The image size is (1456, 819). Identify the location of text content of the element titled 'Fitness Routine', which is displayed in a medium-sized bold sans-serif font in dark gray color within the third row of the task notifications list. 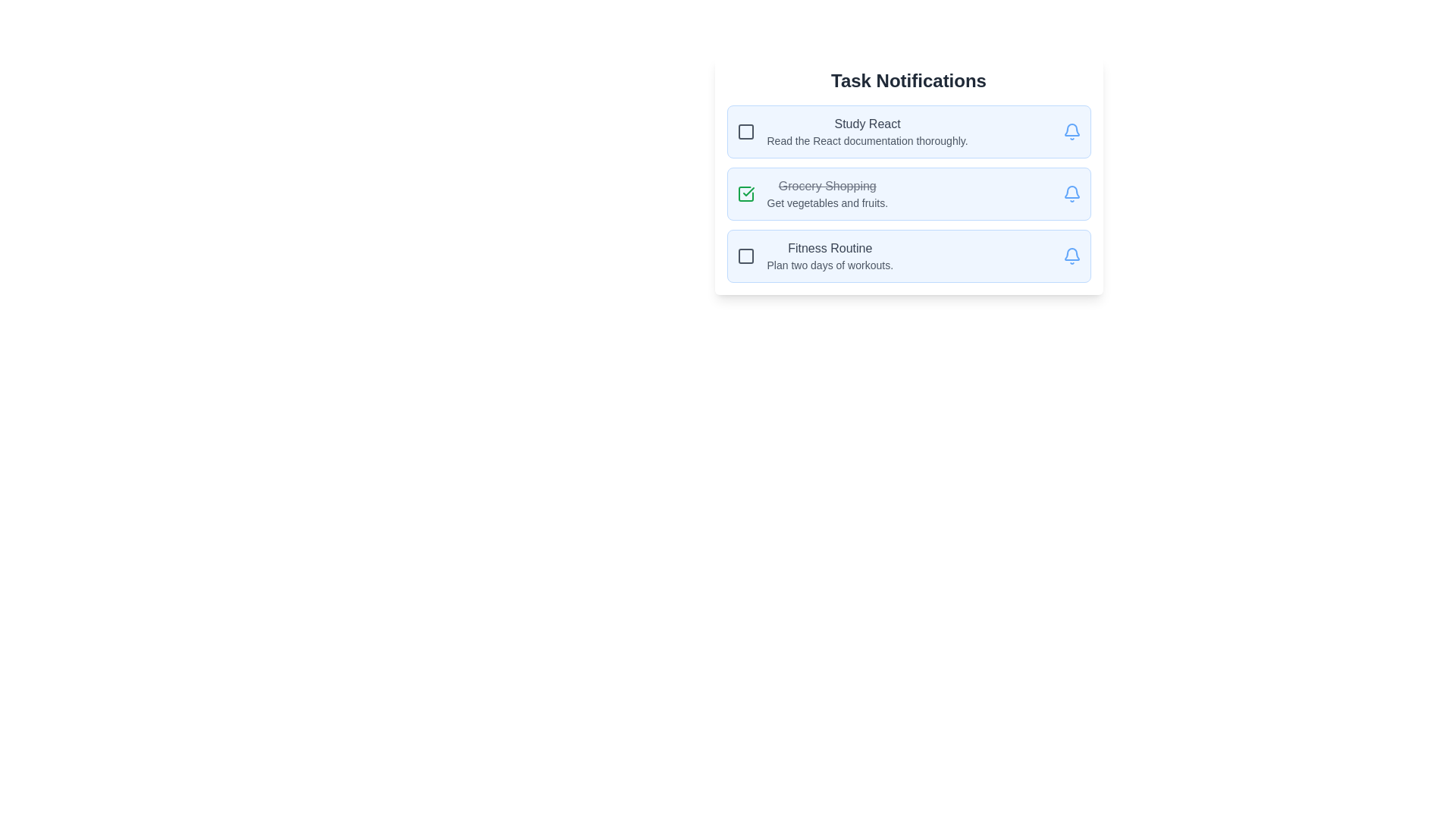
(829, 247).